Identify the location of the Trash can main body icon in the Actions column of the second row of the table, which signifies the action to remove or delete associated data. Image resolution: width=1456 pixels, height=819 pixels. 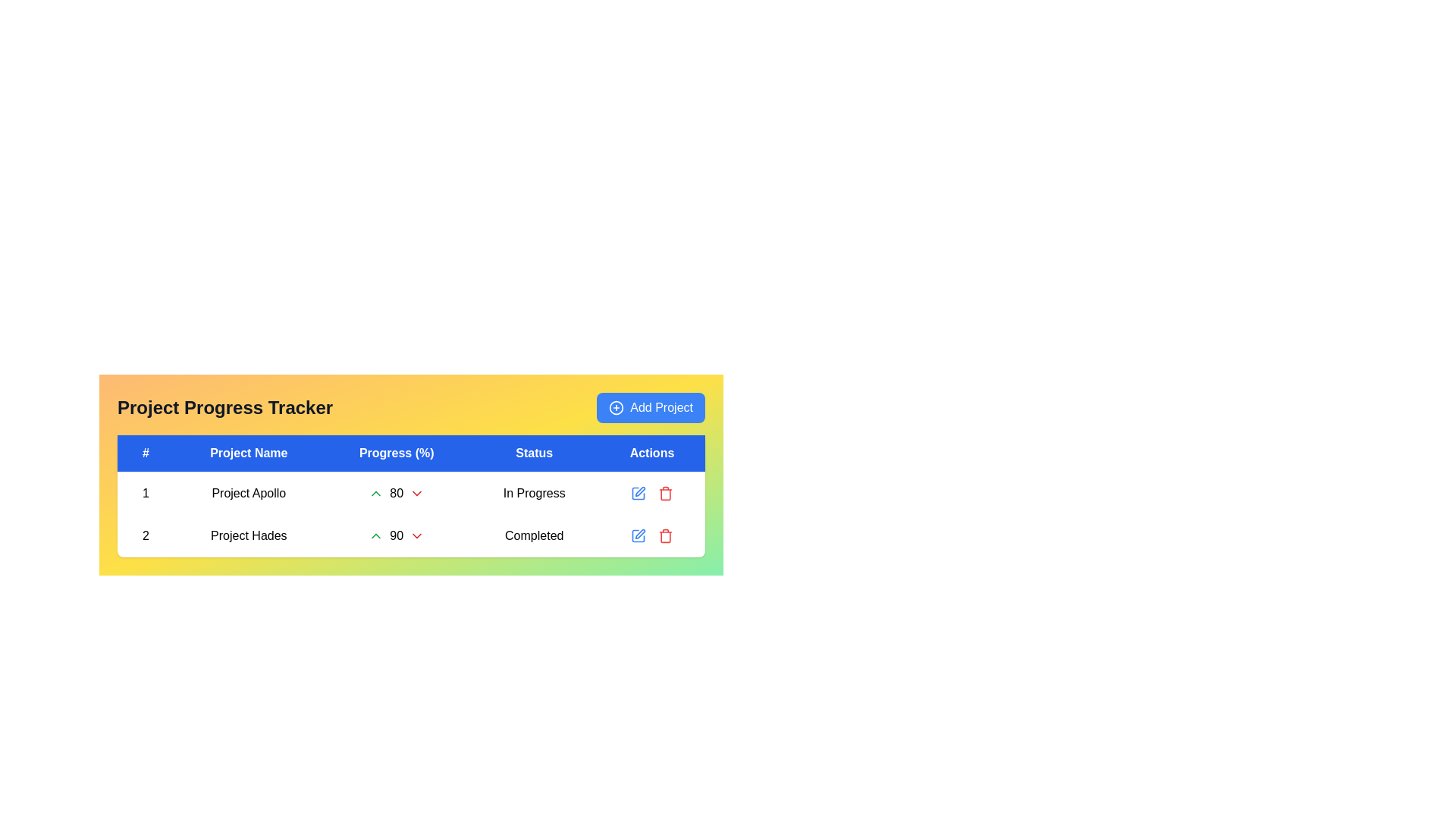
(666, 494).